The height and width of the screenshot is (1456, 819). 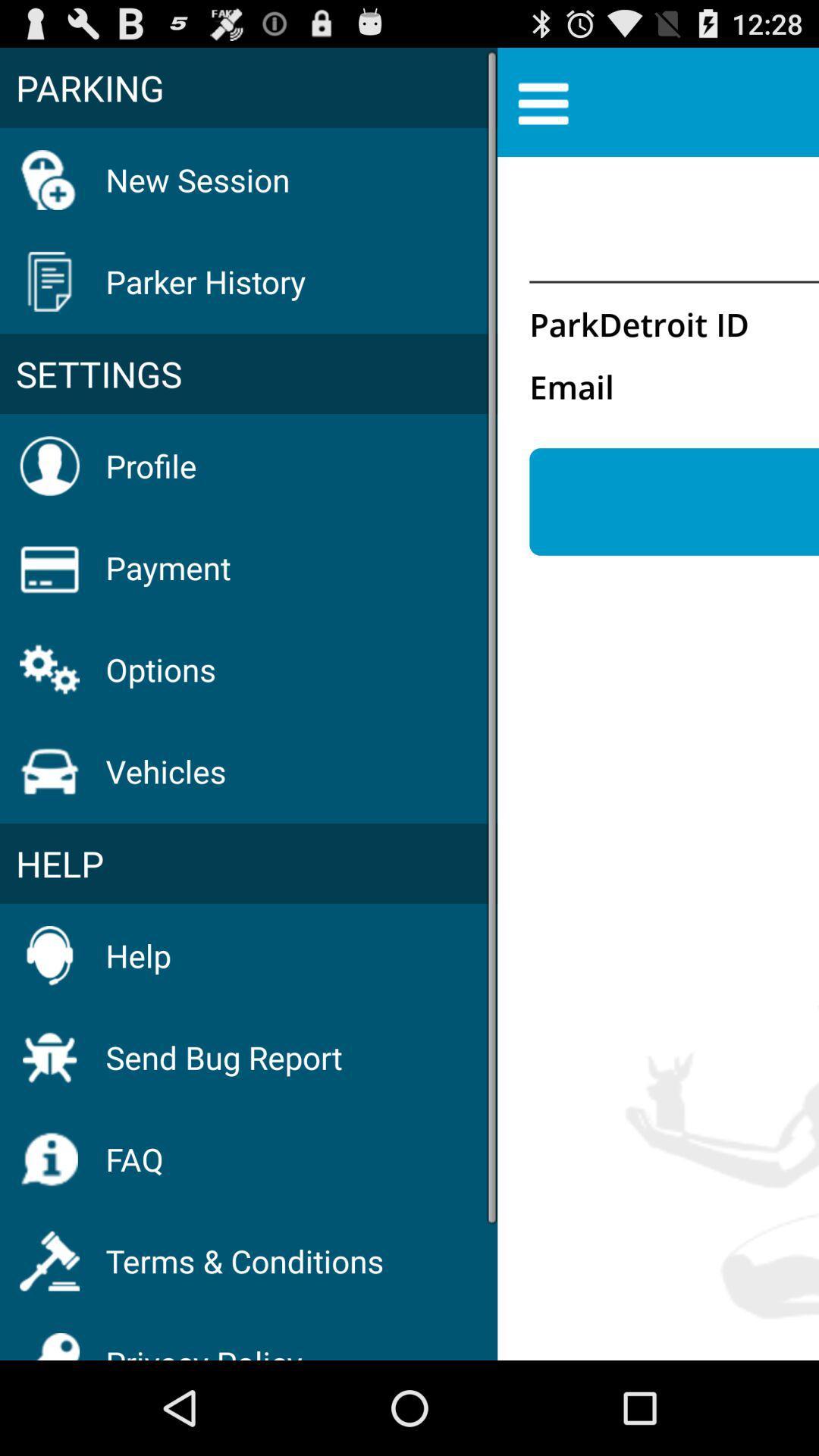 What do you see at coordinates (168, 566) in the screenshot?
I see `the payment item` at bounding box center [168, 566].